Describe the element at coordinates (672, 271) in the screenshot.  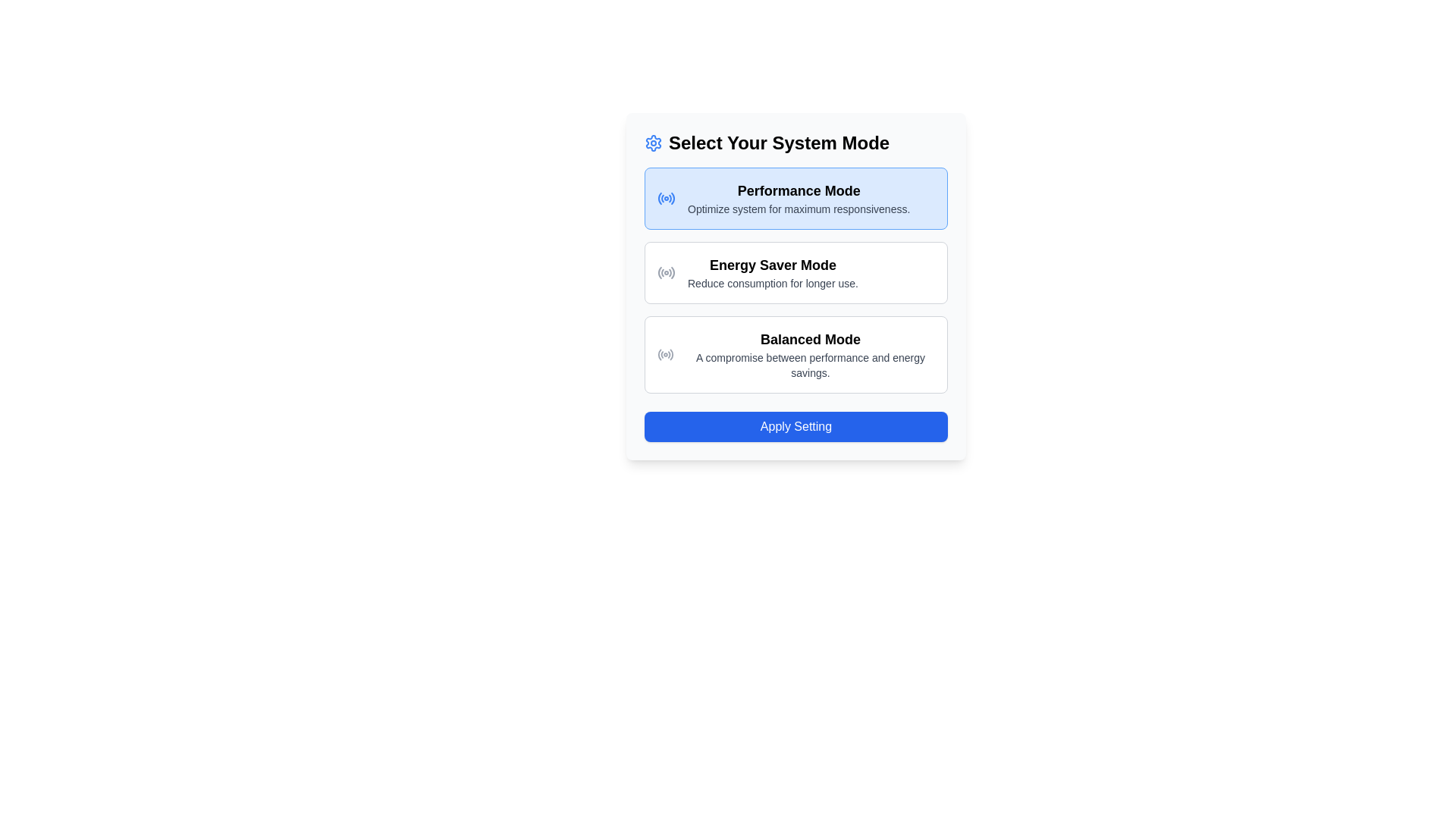
I see `the rightmost segment of the radio button icon representing 'Energy Saver Mode', which is part of an SVG illustration and contributes to the aesthetics of the option display` at that location.